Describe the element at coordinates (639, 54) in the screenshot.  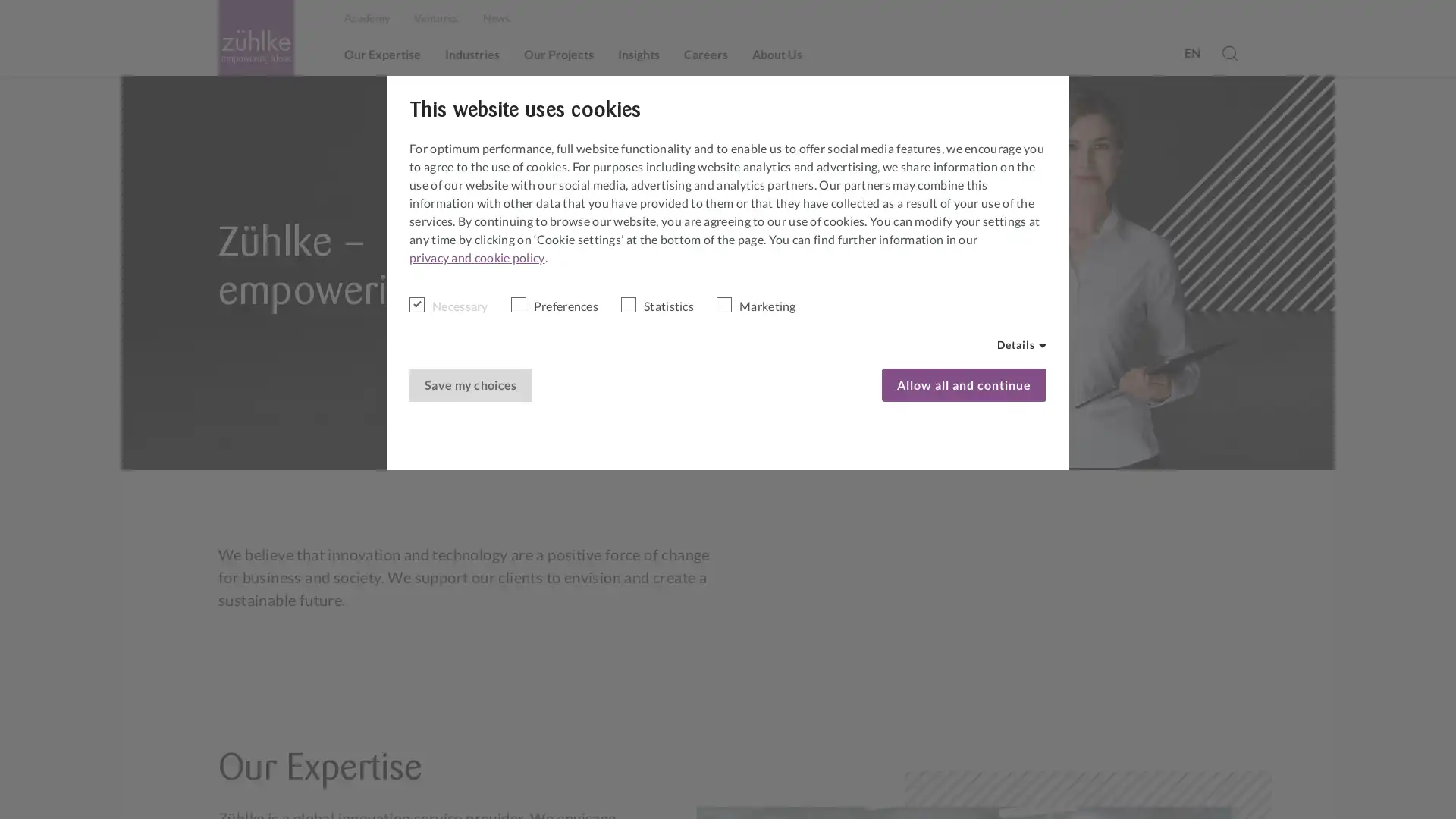
I see `Insights` at that location.